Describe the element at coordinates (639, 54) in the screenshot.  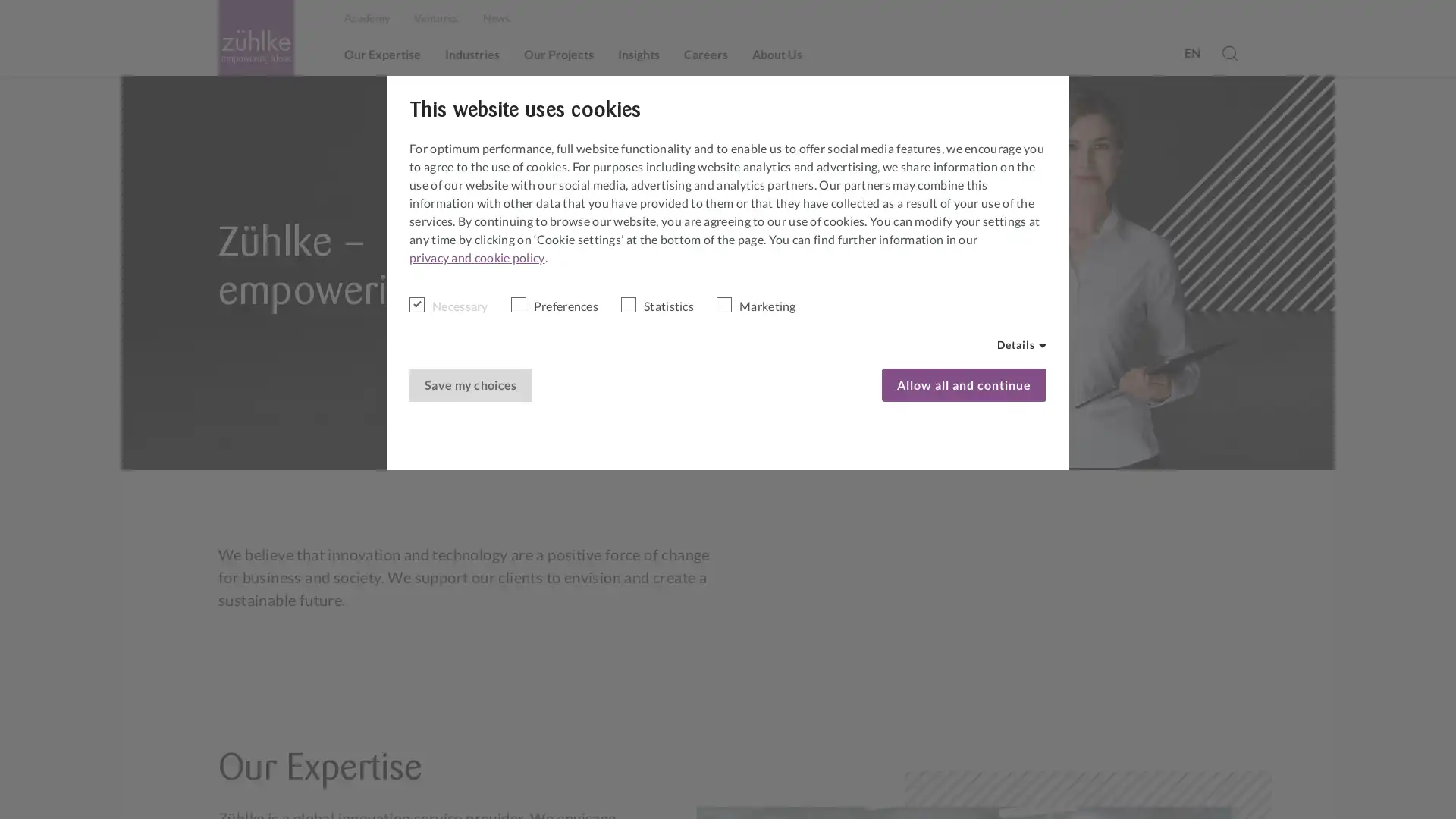
I see `Insights` at that location.